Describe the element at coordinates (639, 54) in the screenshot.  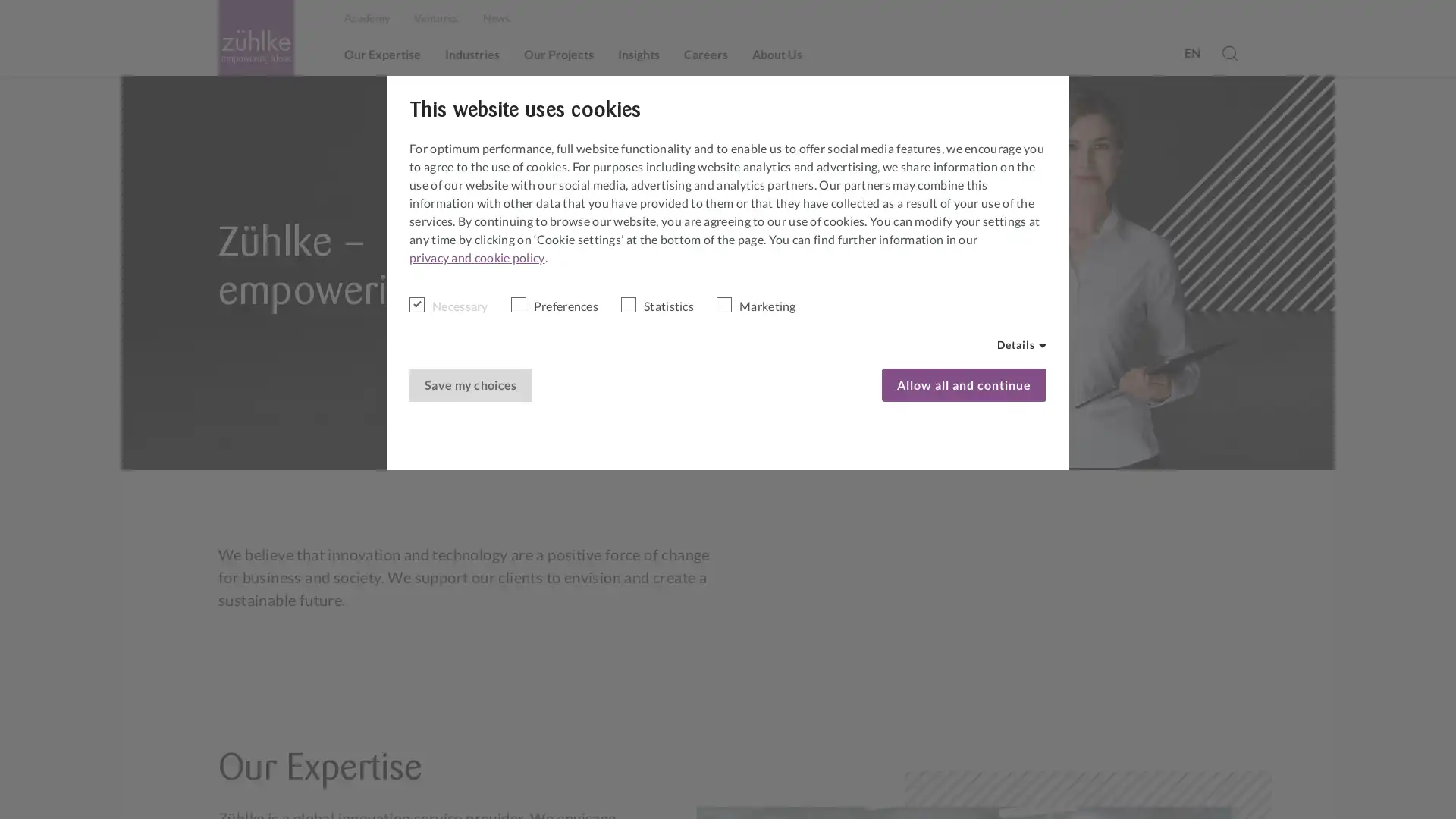
I see `Insights` at that location.